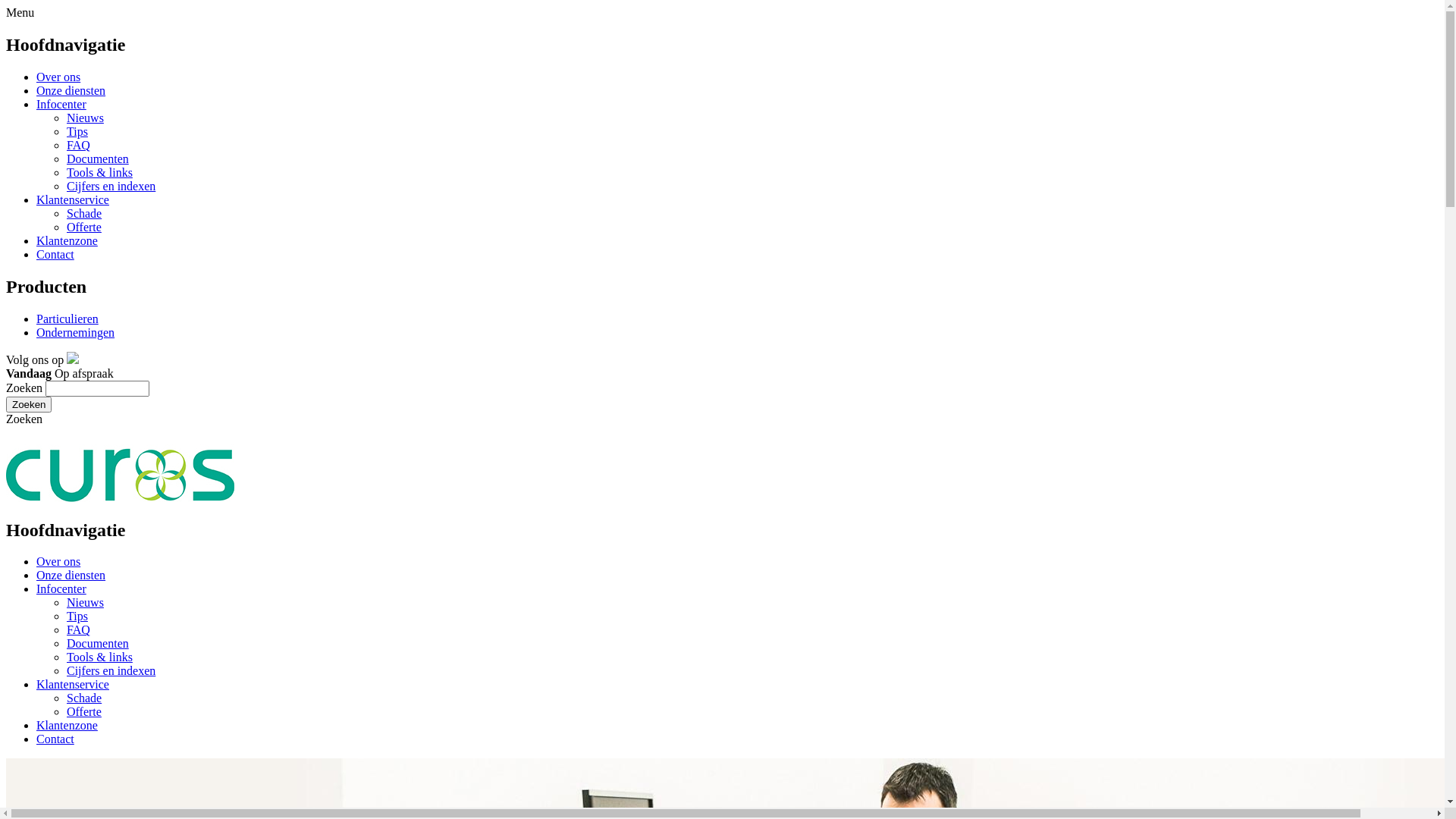 Image resolution: width=1456 pixels, height=819 pixels. Describe the element at coordinates (29, 403) in the screenshot. I see `'Zoeken'` at that location.